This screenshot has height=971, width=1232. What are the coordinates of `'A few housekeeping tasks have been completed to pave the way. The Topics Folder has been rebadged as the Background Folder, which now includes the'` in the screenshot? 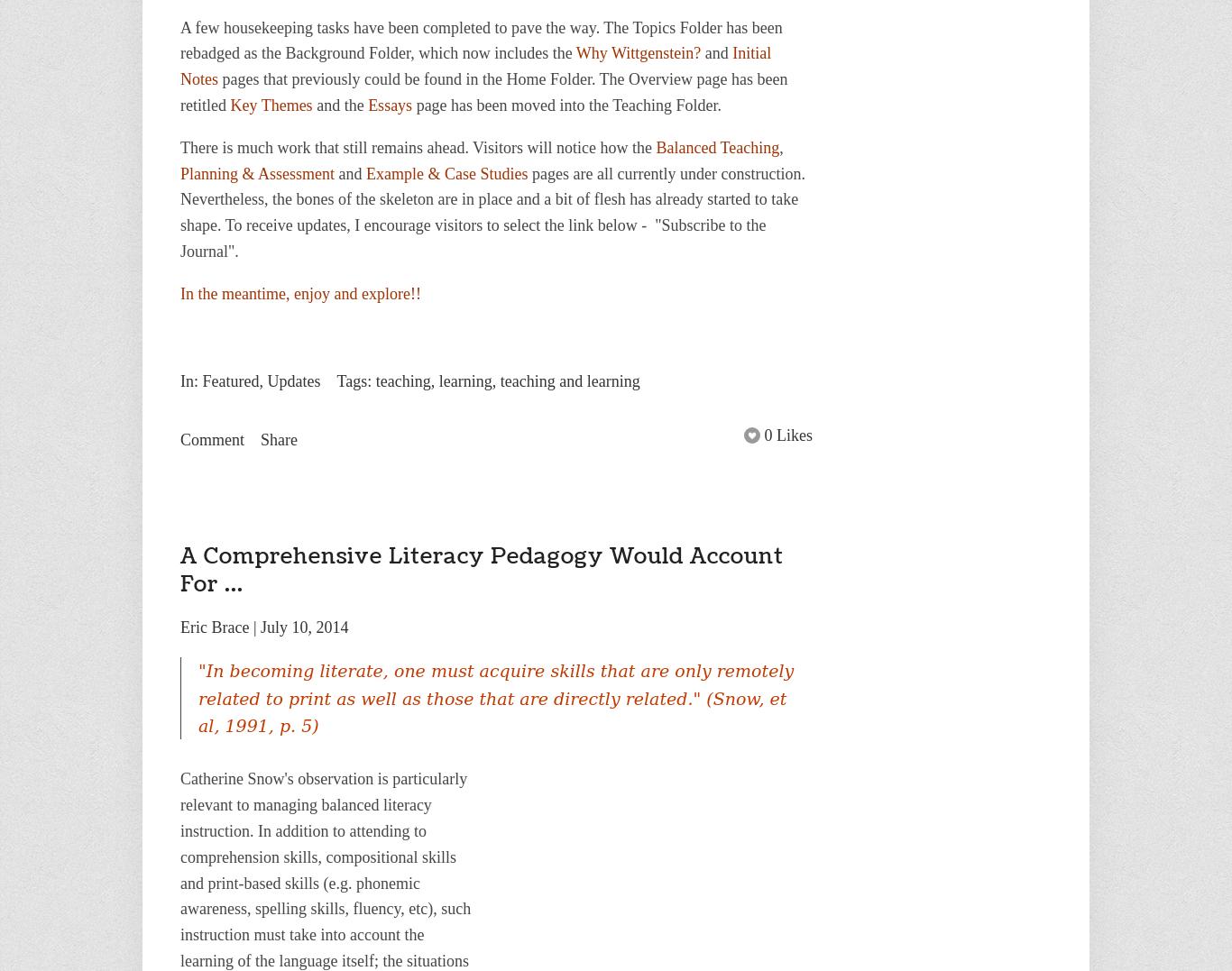 It's located at (481, 40).